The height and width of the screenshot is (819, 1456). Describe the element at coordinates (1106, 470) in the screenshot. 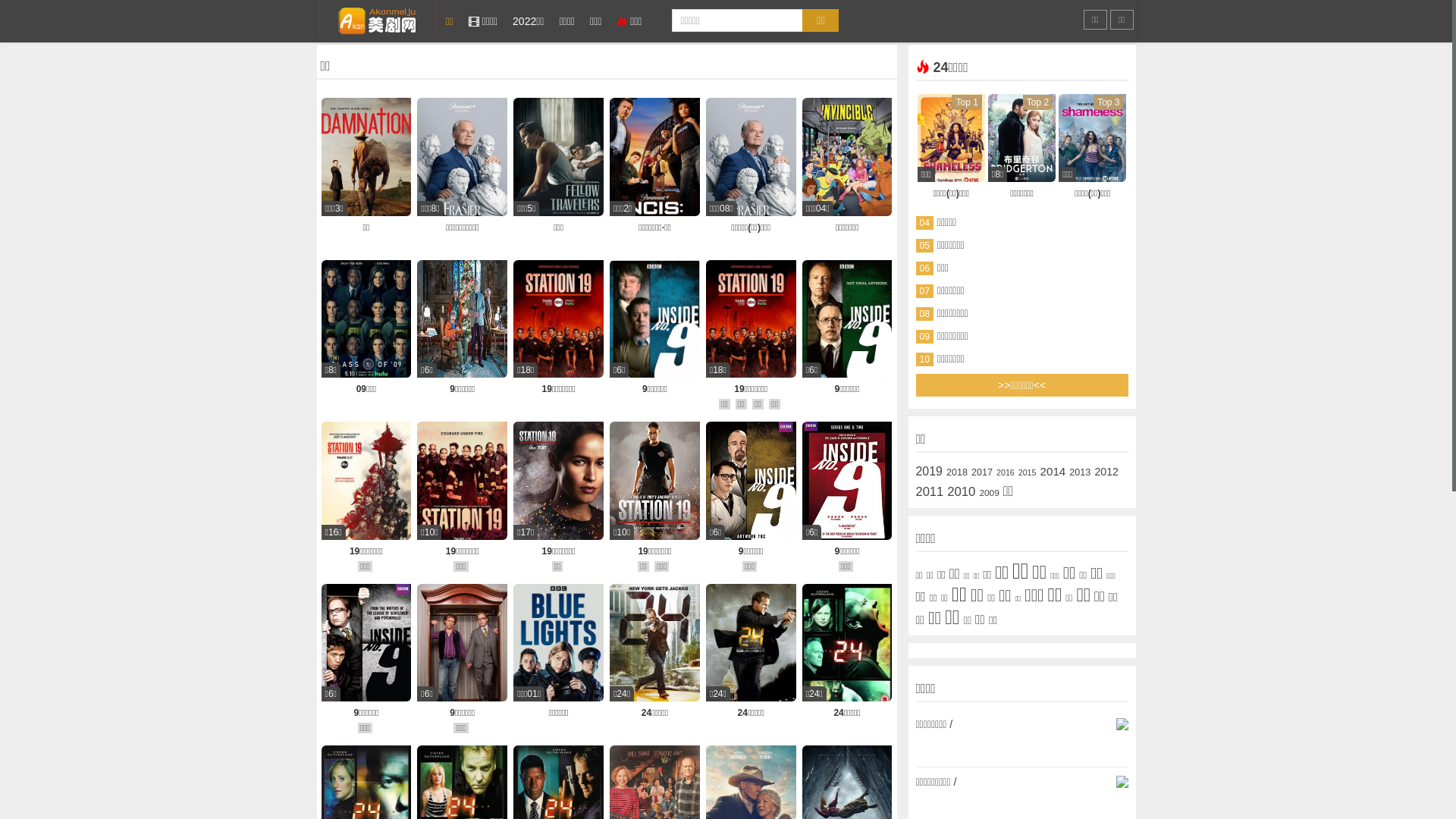

I see `'2012'` at that location.